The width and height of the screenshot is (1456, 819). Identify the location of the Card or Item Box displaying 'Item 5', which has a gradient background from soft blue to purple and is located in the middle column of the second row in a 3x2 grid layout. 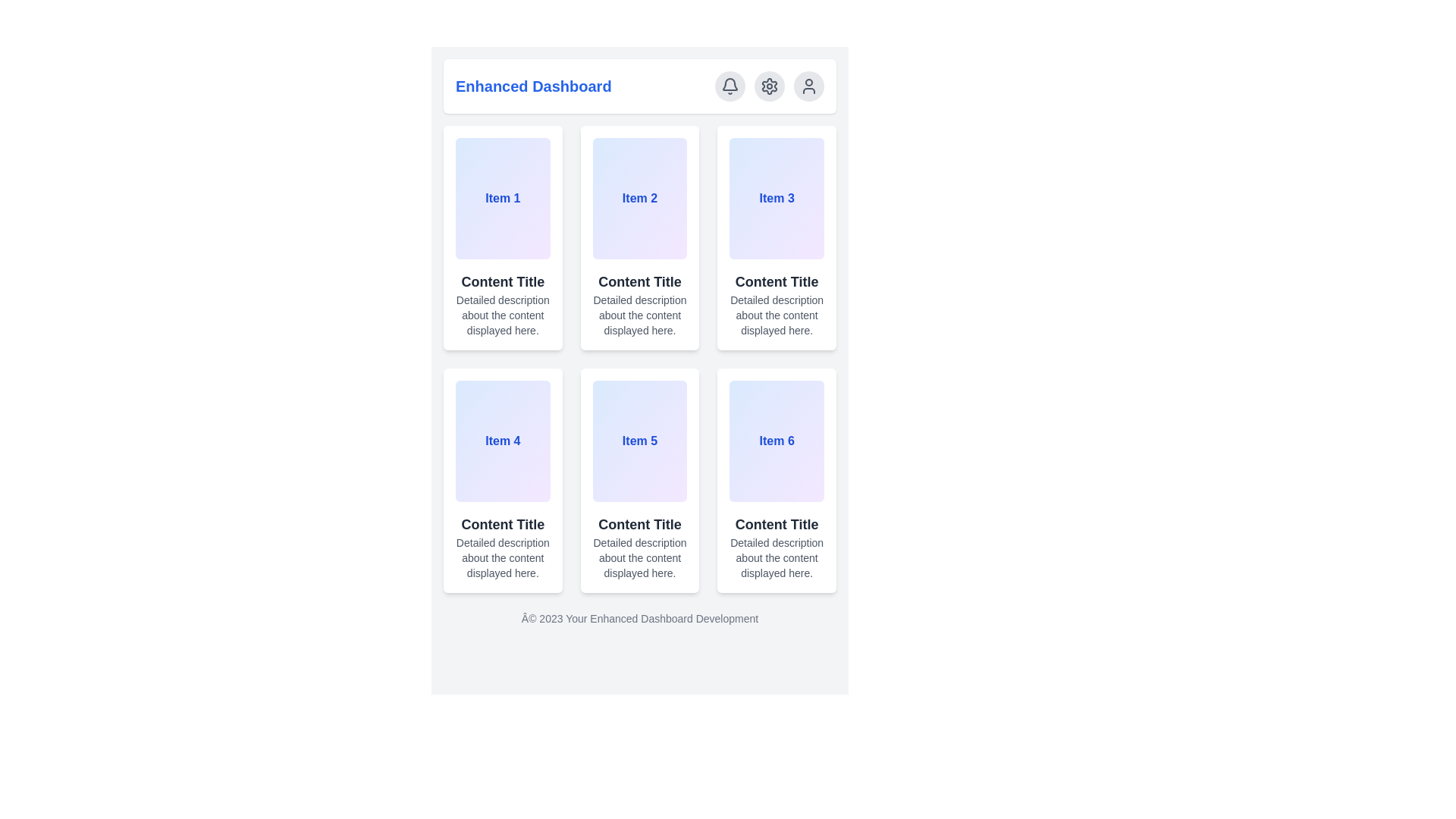
(640, 441).